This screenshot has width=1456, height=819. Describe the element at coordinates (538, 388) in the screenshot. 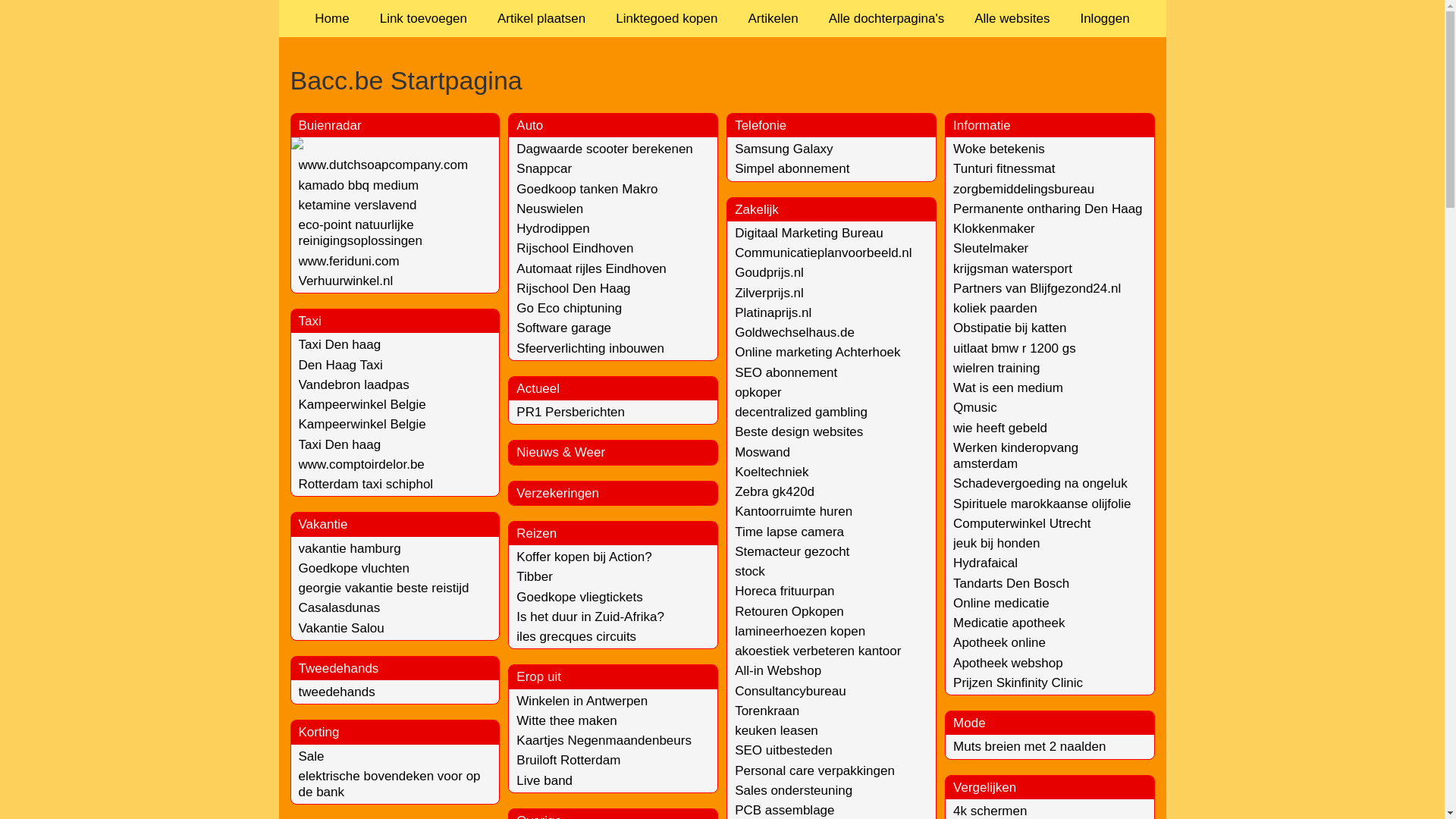

I see `'Actueel'` at that location.